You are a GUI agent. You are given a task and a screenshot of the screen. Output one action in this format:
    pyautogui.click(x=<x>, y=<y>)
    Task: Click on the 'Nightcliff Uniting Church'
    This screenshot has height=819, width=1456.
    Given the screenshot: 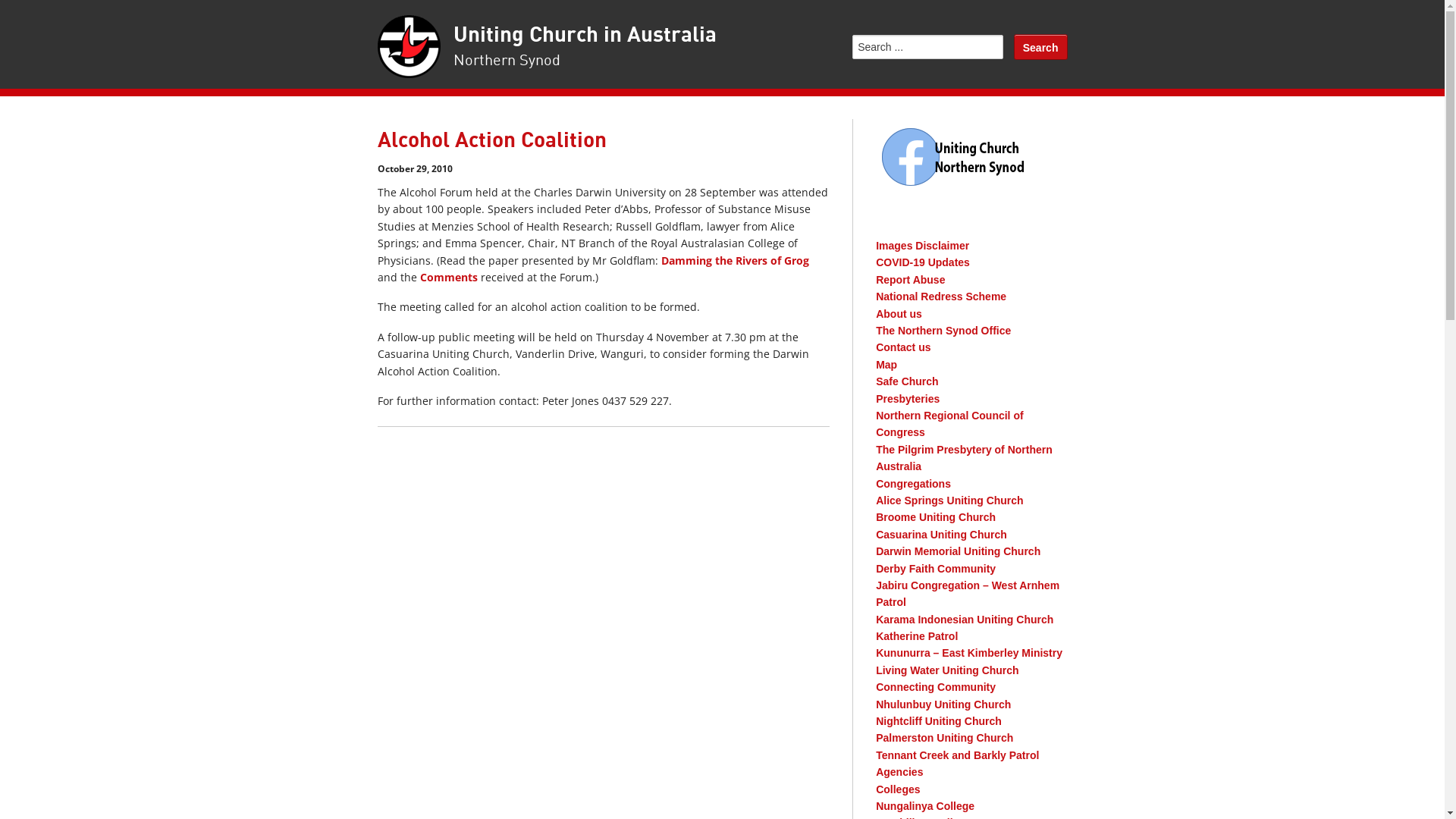 What is the action you would take?
    pyautogui.click(x=938, y=720)
    